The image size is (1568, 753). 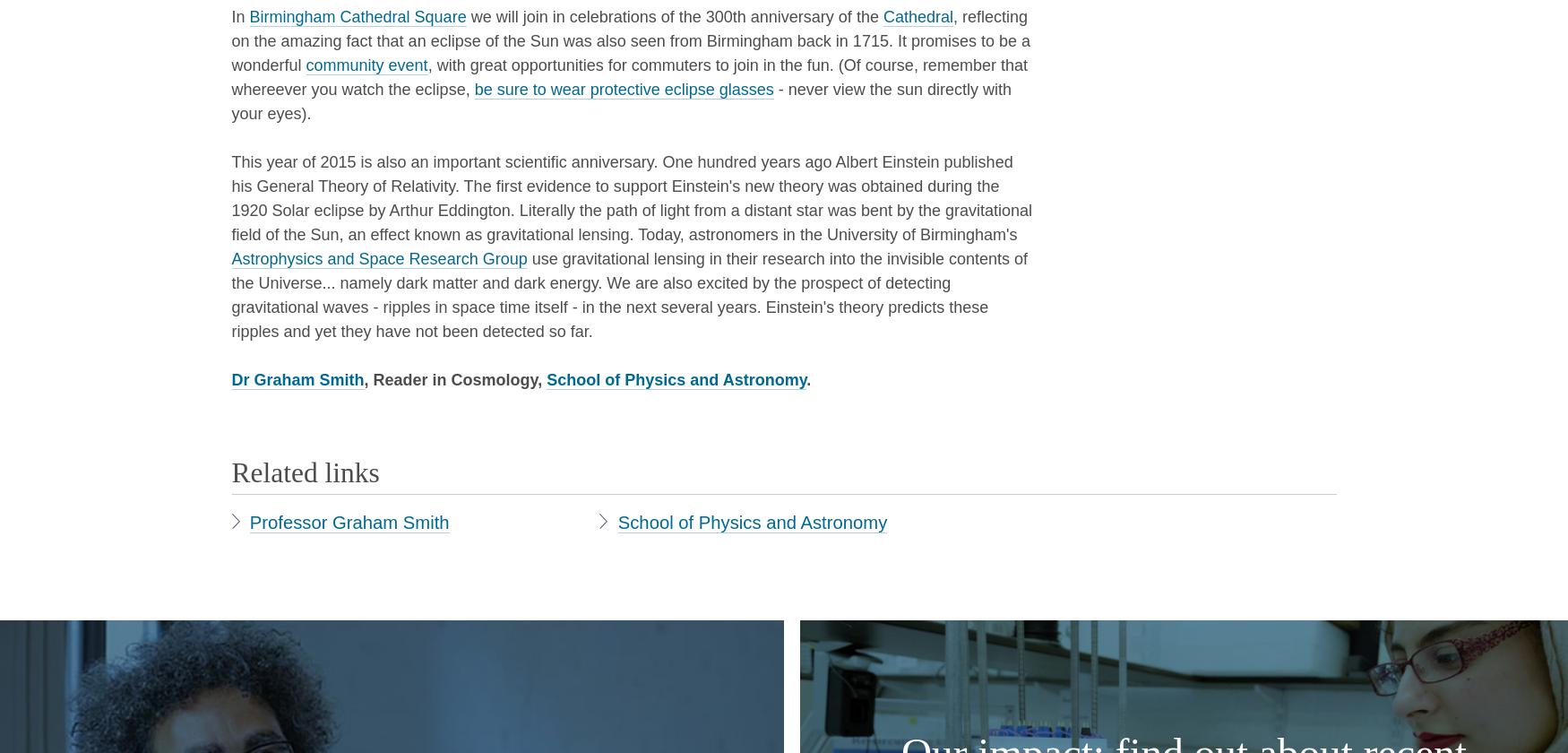 I want to click on 'use gravitational lensing in their research into the invisible contents of the Universe... namely dark matter and dark energy. We are also excited by the prospect of detecting gravitational waves - ripples in space time itself - in the next several years. Einstein's theory predicts these ripples and yet they have not been detected so far.', so click(x=629, y=294).